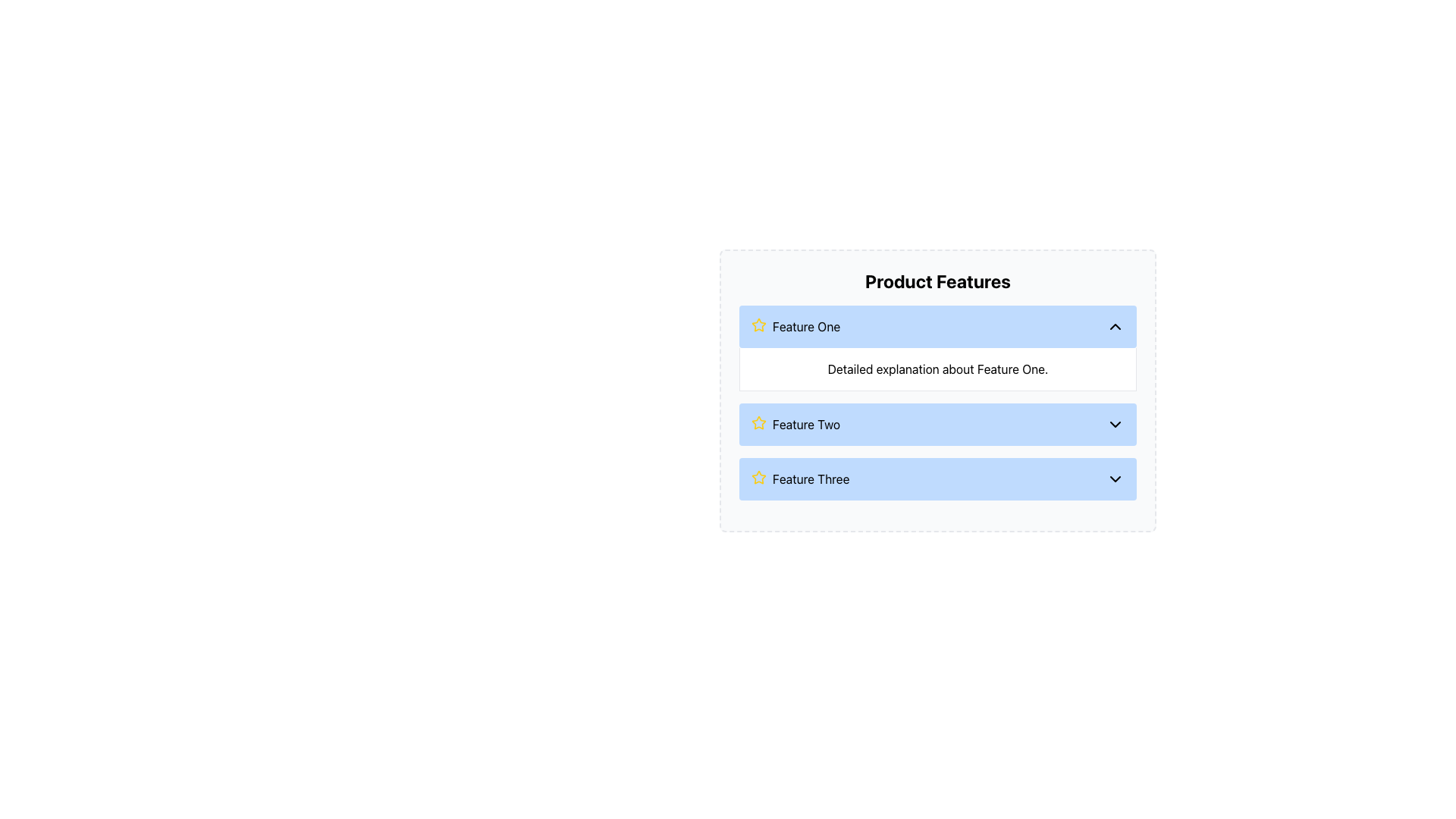 The height and width of the screenshot is (819, 1456). What do you see at coordinates (759, 324) in the screenshot?
I see `the yellow star-shaped icon with a hollow center located next to the text 'Feature One' in the product features list` at bounding box center [759, 324].